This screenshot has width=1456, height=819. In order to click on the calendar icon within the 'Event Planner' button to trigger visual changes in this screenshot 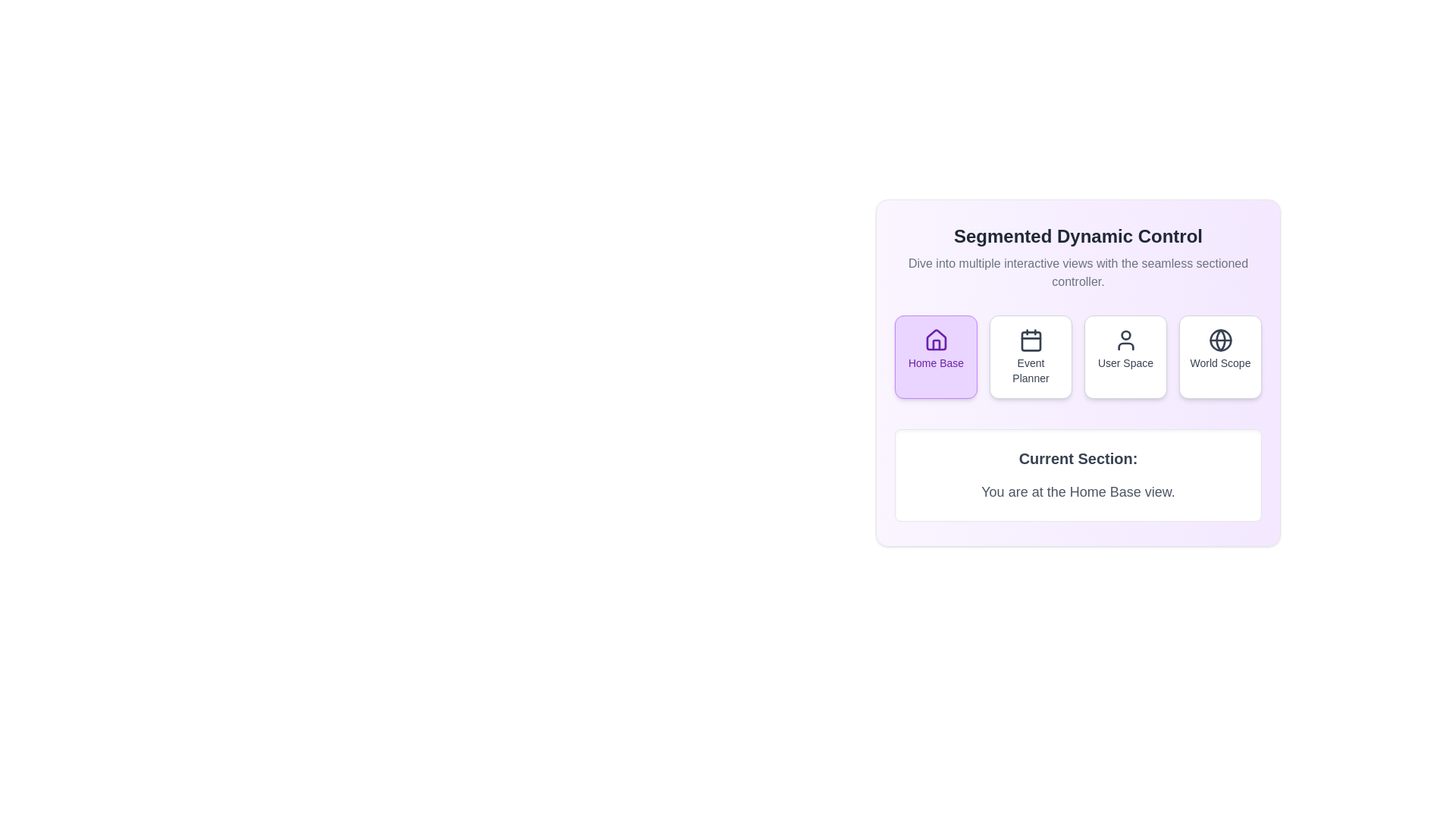, I will do `click(1031, 341)`.